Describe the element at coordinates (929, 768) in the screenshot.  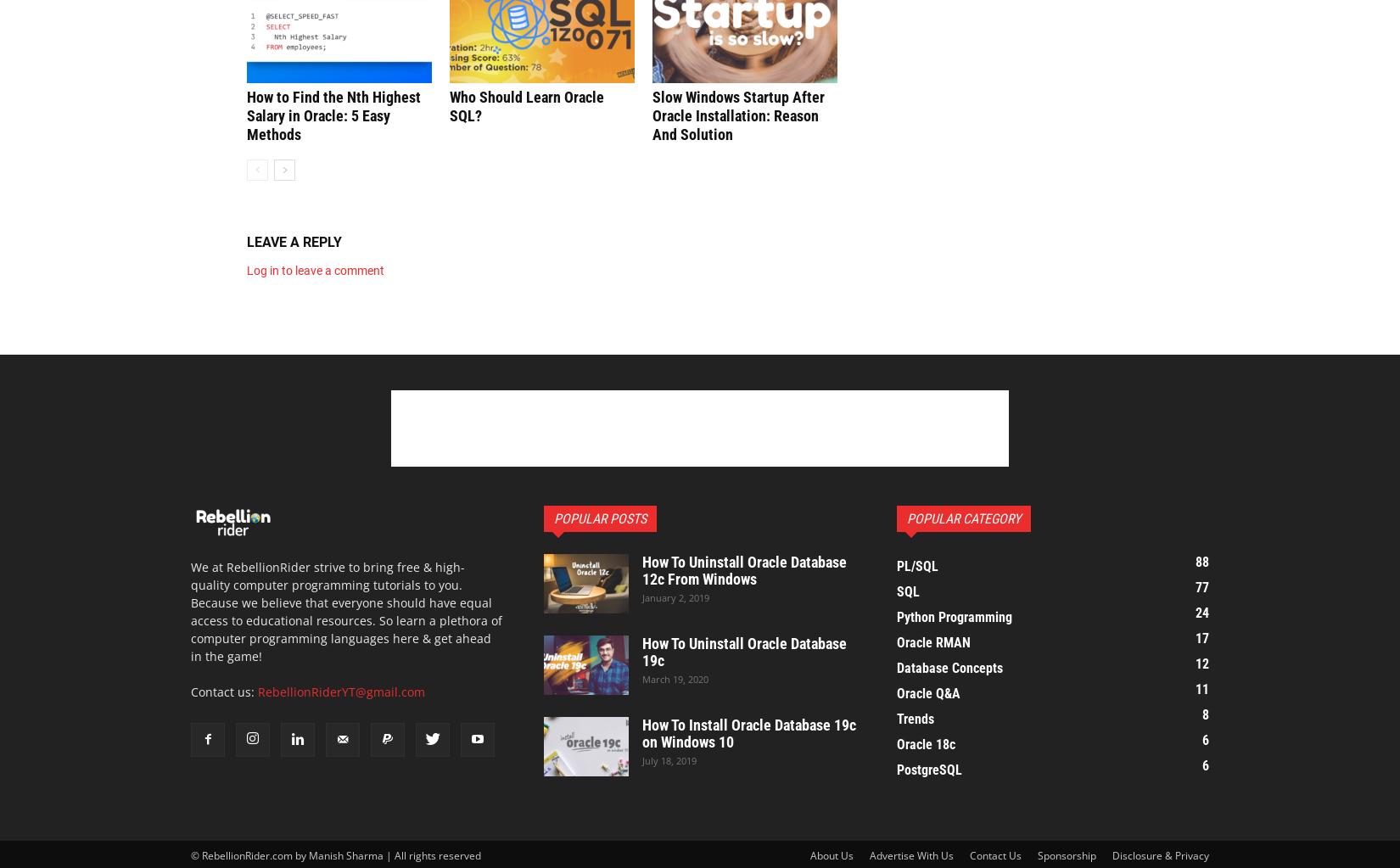
I see `'PostgreSQL'` at that location.